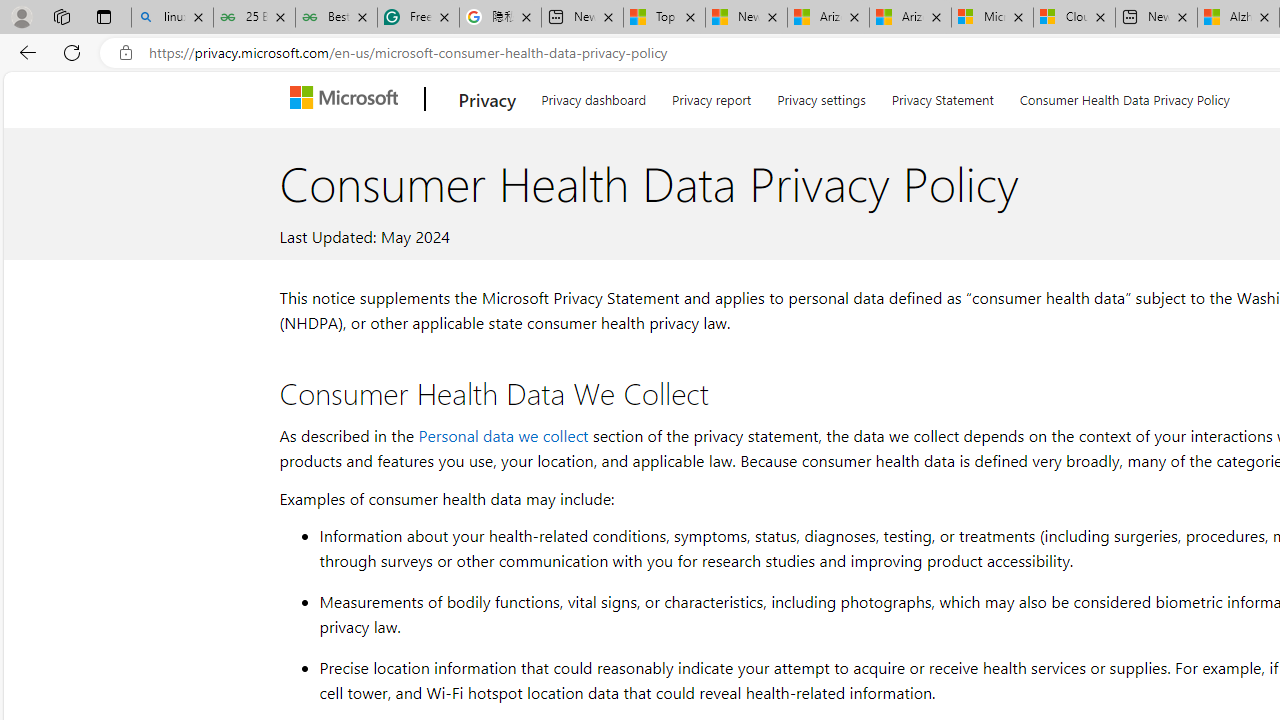 The height and width of the screenshot is (720, 1280). Describe the element at coordinates (712, 96) in the screenshot. I see `'Privacy report'` at that location.